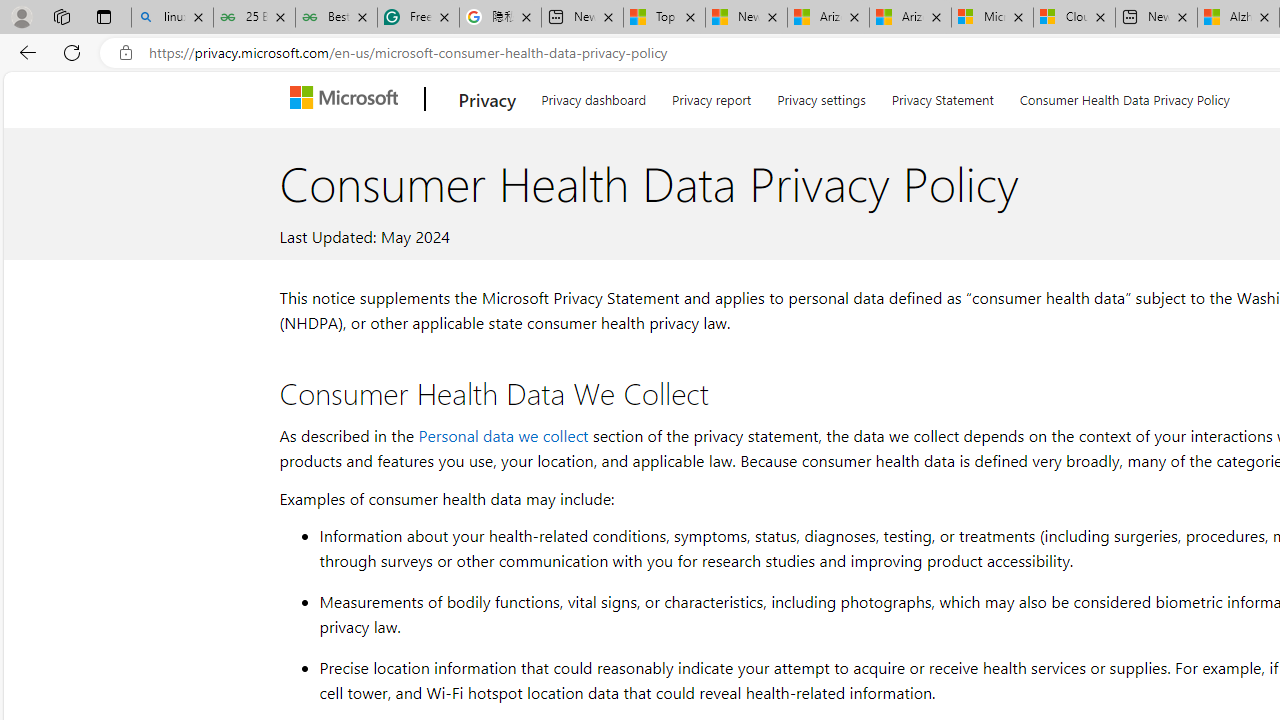 The height and width of the screenshot is (720, 1280). Describe the element at coordinates (712, 96) in the screenshot. I see `'Privacy report'` at that location.